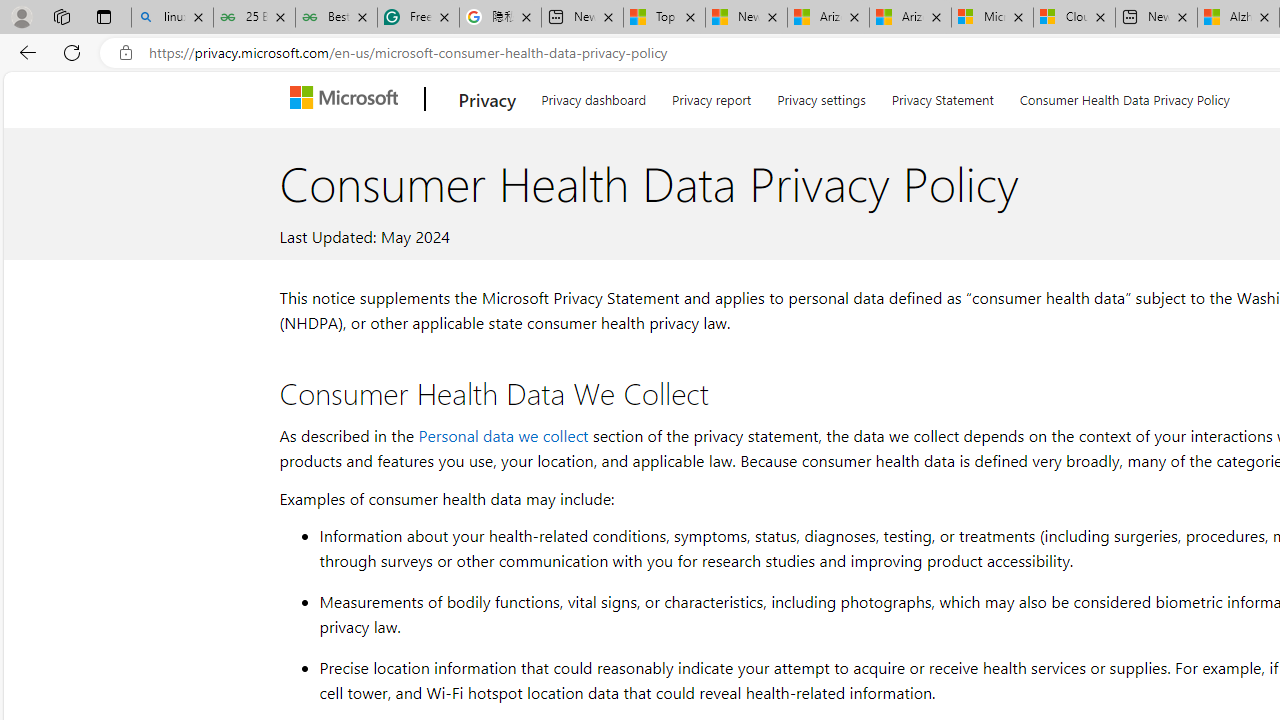 The height and width of the screenshot is (720, 1280). Describe the element at coordinates (712, 96) in the screenshot. I see `'Privacy report'` at that location.